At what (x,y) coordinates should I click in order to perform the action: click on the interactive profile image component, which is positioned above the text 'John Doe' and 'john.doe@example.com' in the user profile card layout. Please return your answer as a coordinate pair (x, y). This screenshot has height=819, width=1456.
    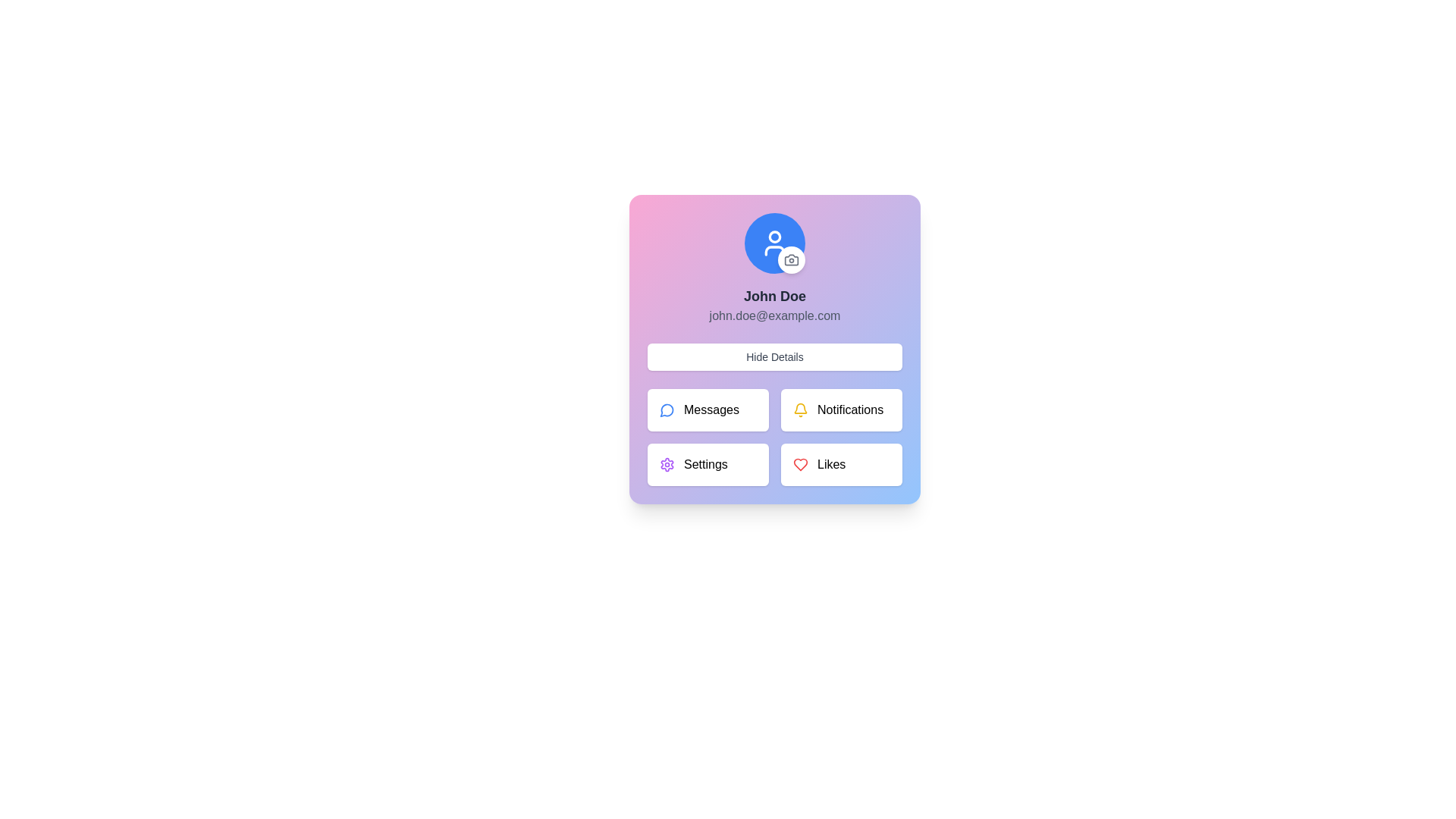
    Looking at the image, I should click on (775, 242).